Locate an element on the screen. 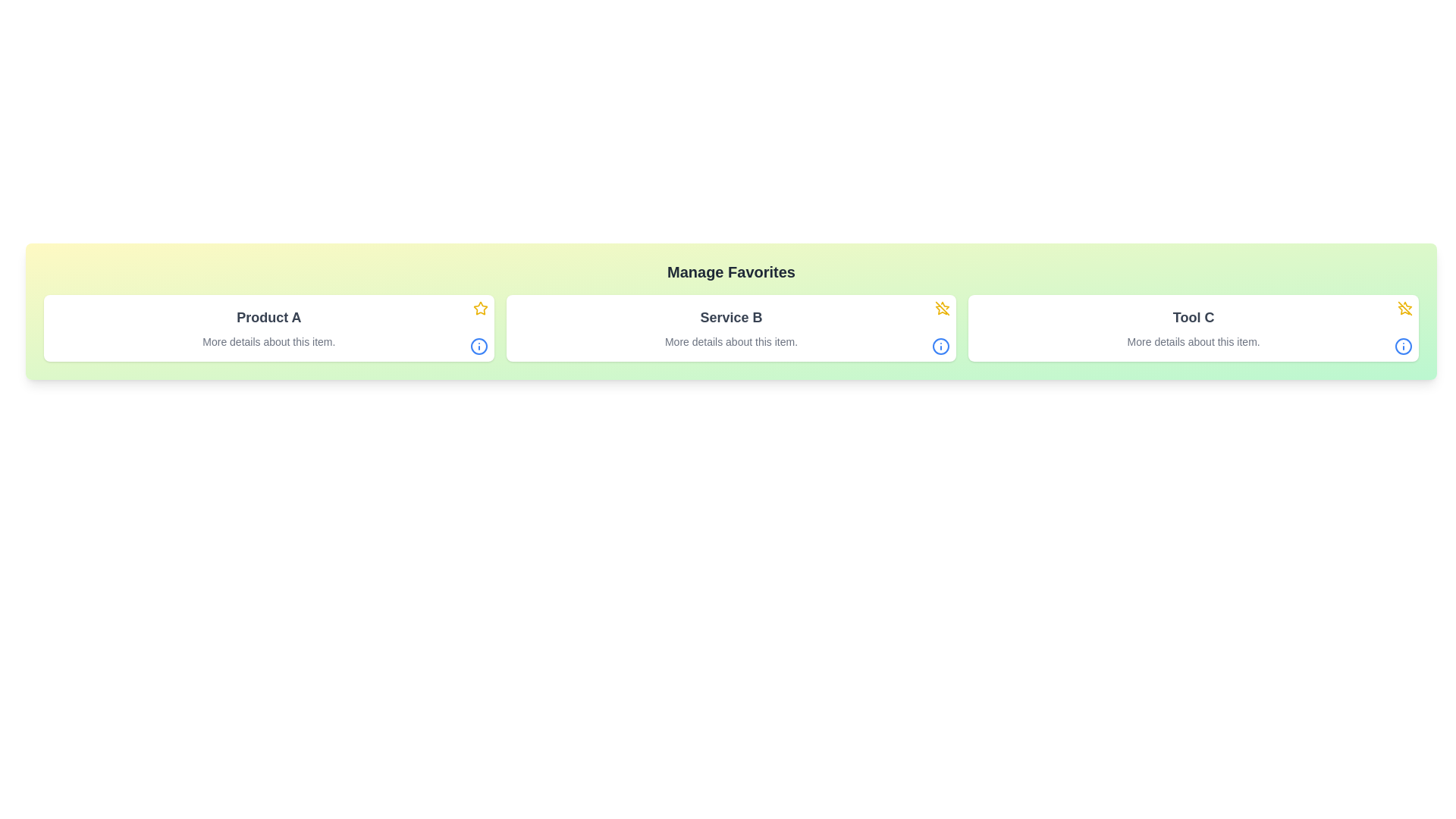  the card labeled Product A to see its hover effects is located at coordinates (268, 327).